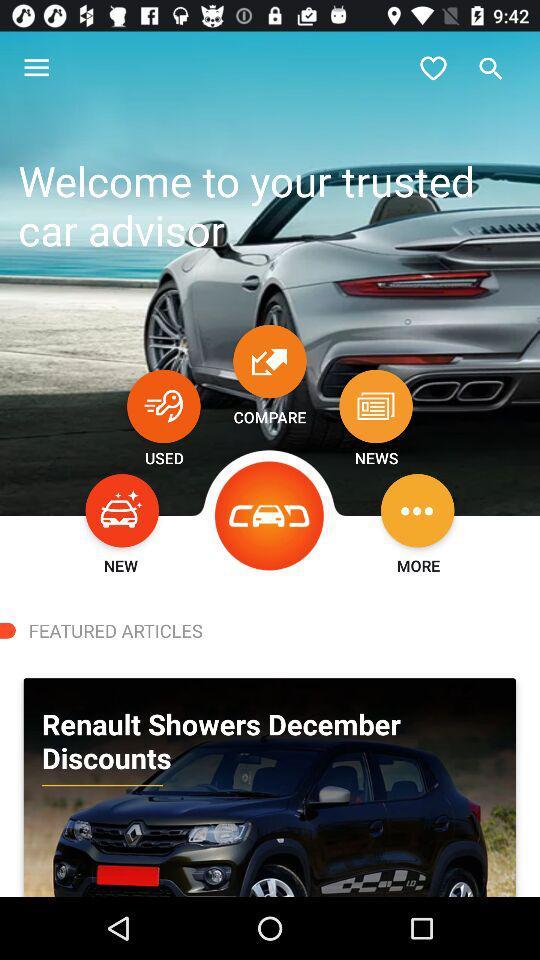  I want to click on news, so click(376, 405).